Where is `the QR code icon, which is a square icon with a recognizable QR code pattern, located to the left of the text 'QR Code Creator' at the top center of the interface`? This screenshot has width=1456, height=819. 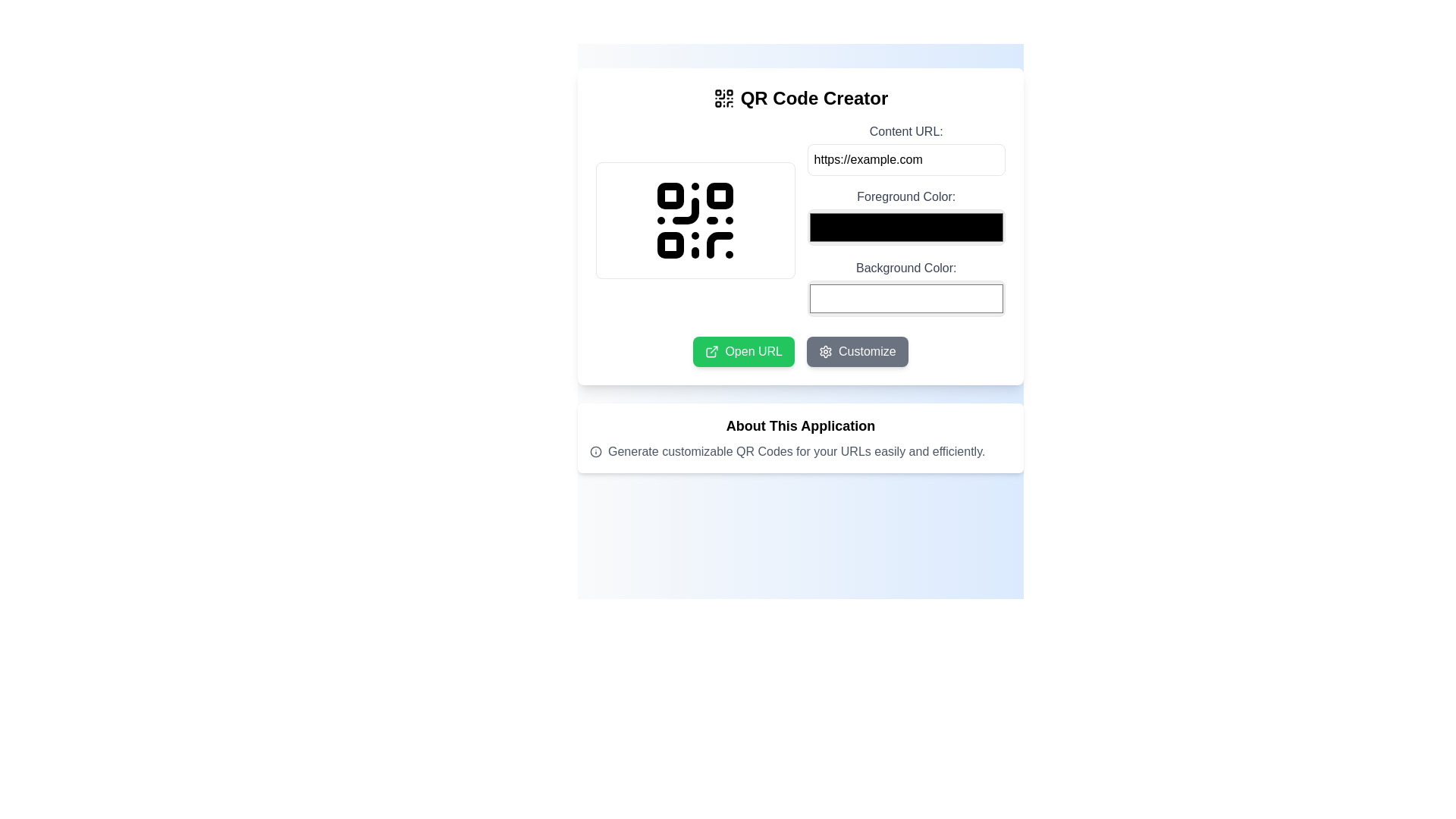
the QR code icon, which is a square icon with a recognizable QR code pattern, located to the left of the text 'QR Code Creator' at the top center of the interface is located at coordinates (723, 99).